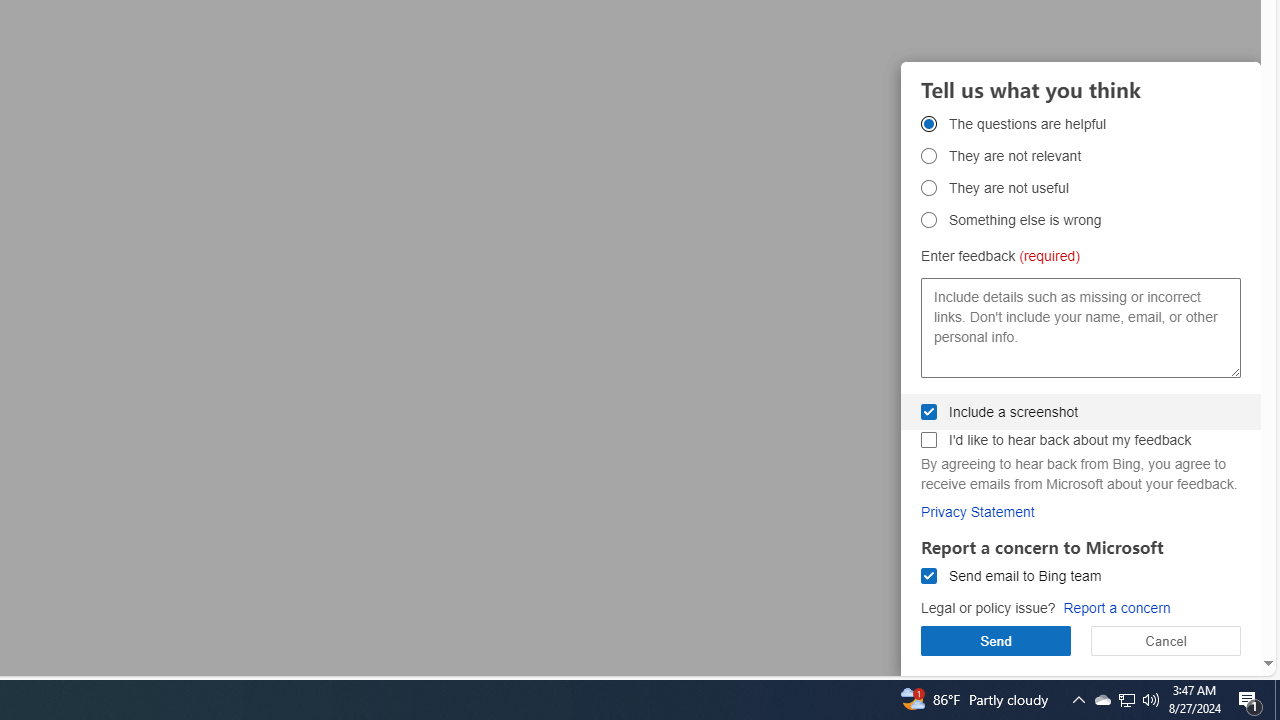 This screenshot has height=720, width=1280. Describe the element at coordinates (928, 576) in the screenshot. I see `'Send email to Bing team Send email to Bing team'` at that location.